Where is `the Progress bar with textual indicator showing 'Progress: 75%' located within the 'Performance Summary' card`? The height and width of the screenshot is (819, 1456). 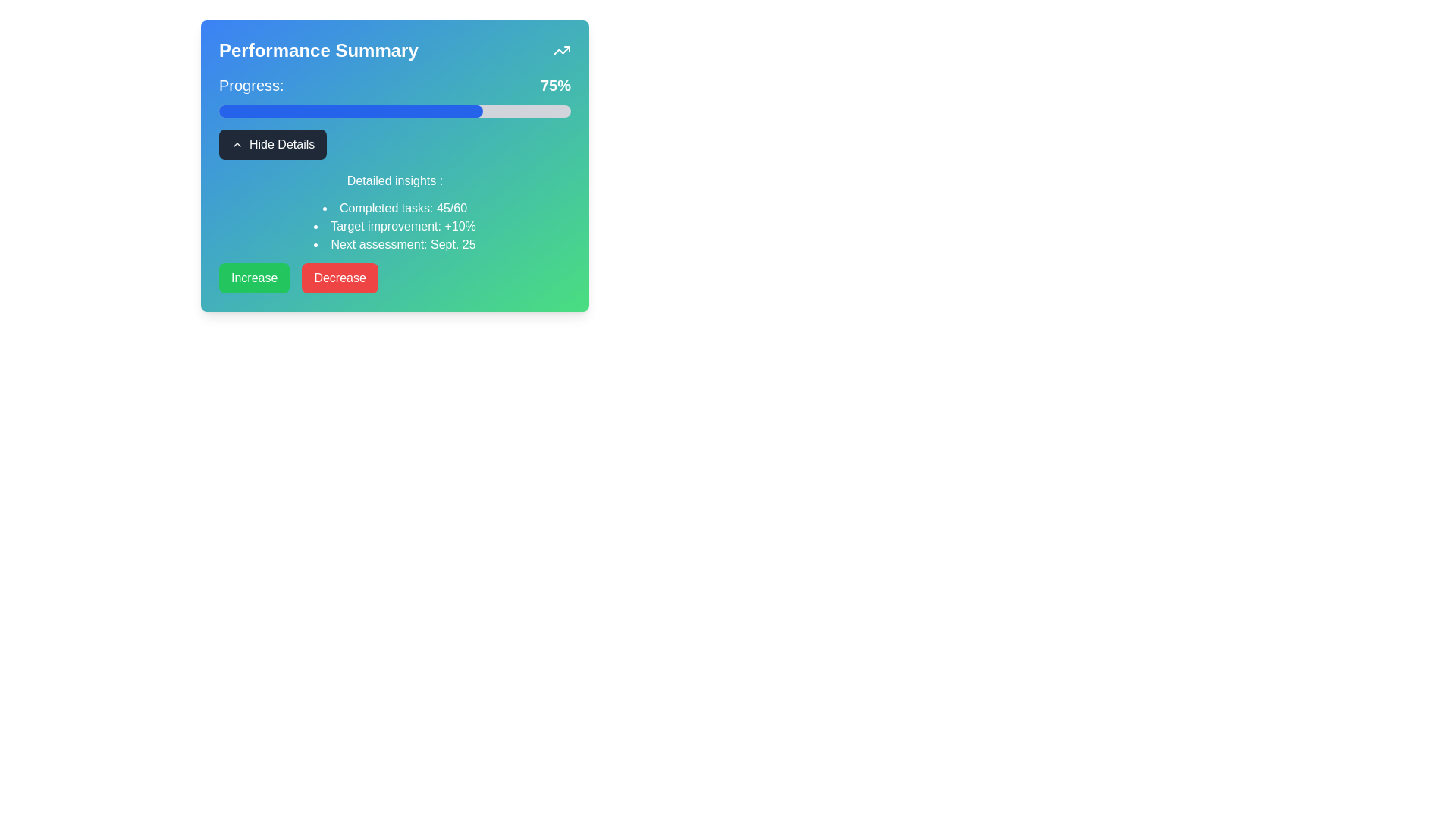
the Progress bar with textual indicator showing 'Progress: 75%' located within the 'Performance Summary' card is located at coordinates (395, 96).